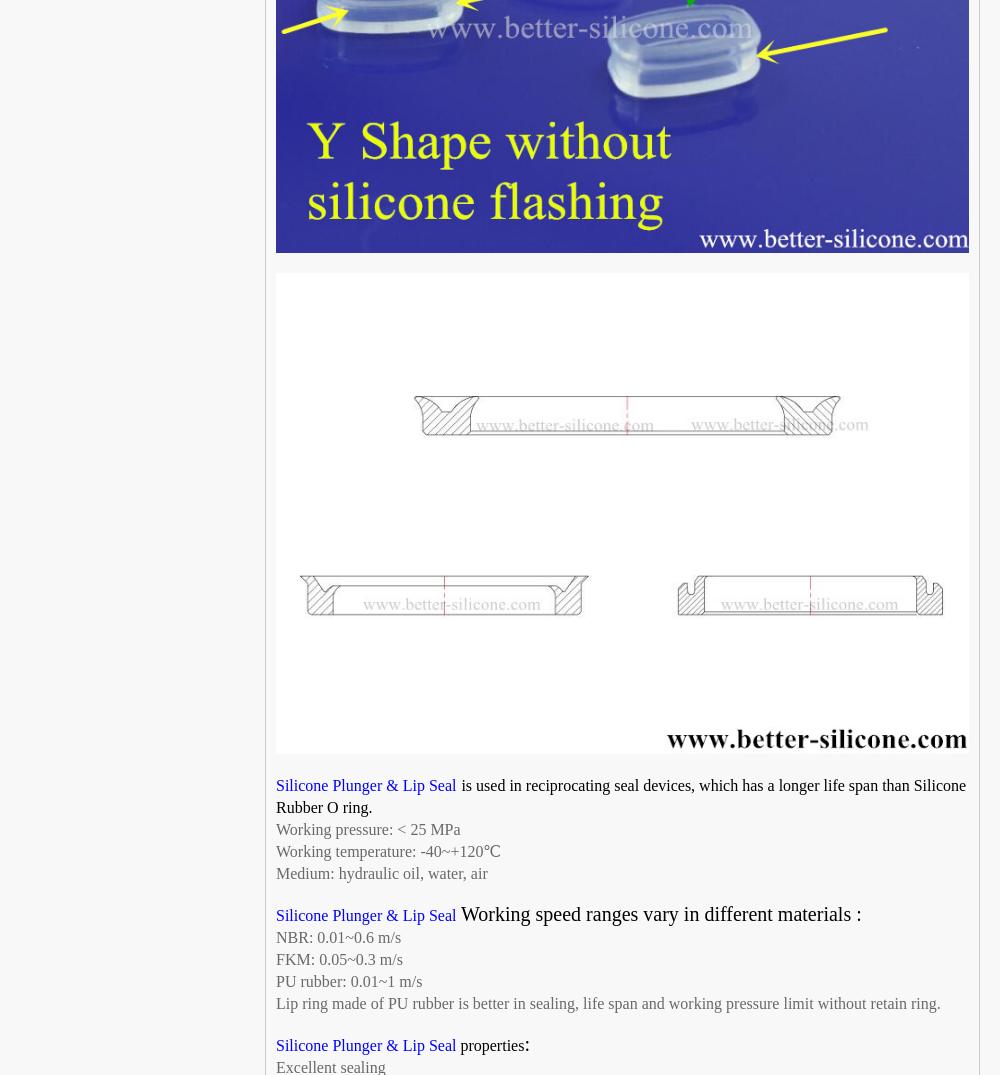 Image resolution: width=1000 pixels, height=1075 pixels. What do you see at coordinates (658, 914) in the screenshot?
I see `'Working speed ranges vary in different materials :'` at bounding box center [658, 914].